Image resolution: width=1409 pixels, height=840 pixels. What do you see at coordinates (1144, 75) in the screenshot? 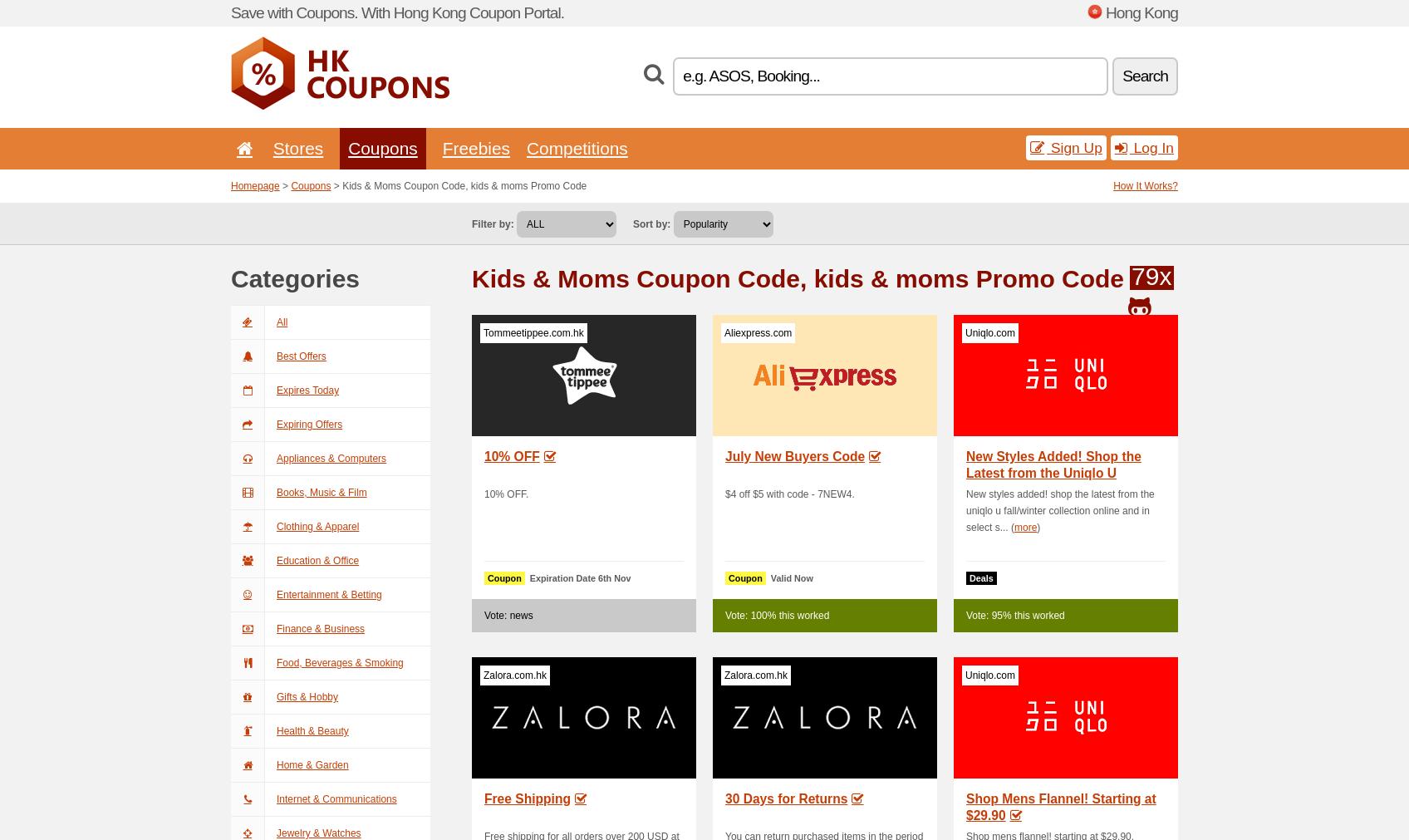
I see `'Search'` at bounding box center [1144, 75].